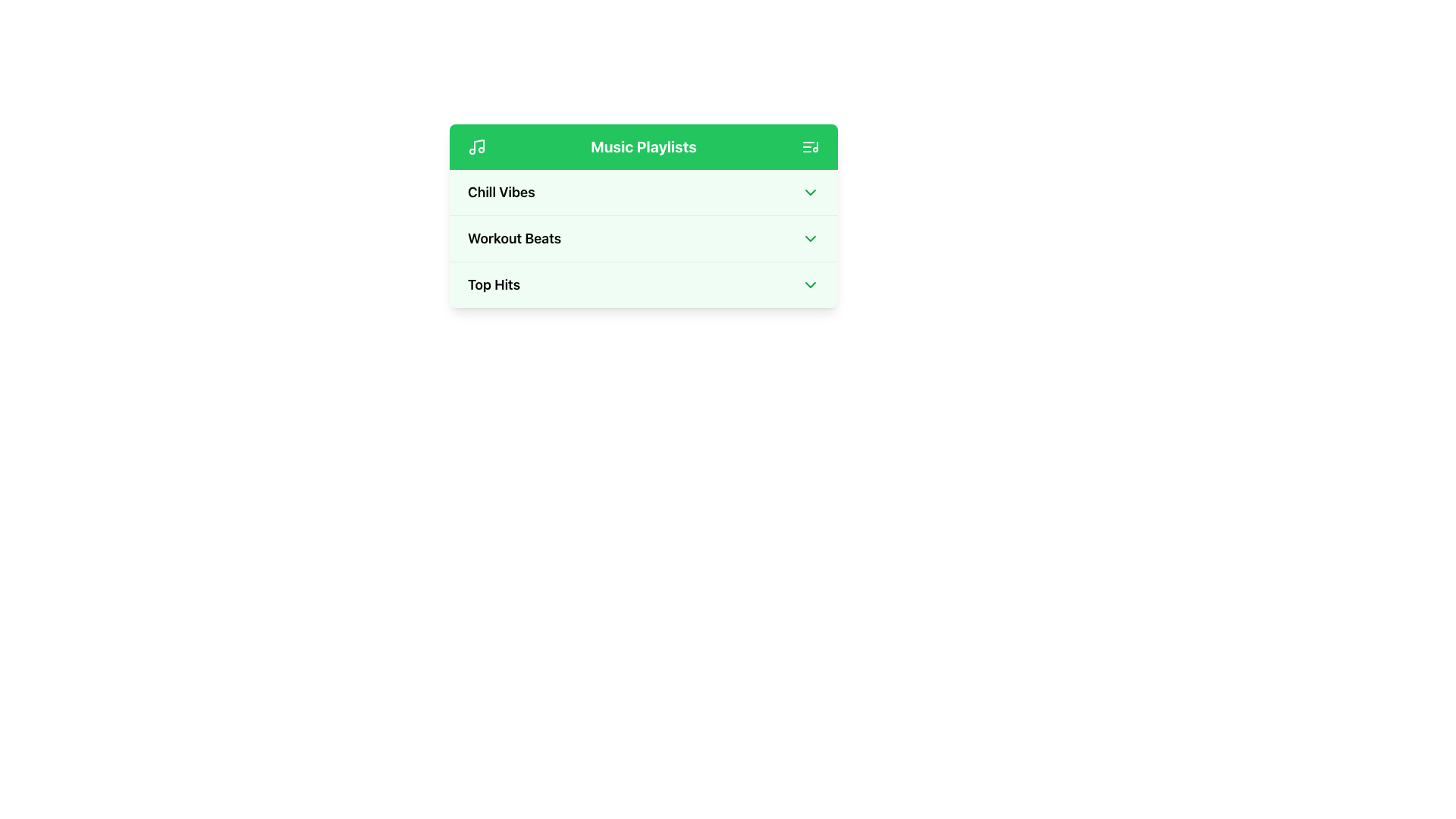  What do you see at coordinates (644, 192) in the screenshot?
I see `the list item labeled 'Chill Vibes'` at bounding box center [644, 192].